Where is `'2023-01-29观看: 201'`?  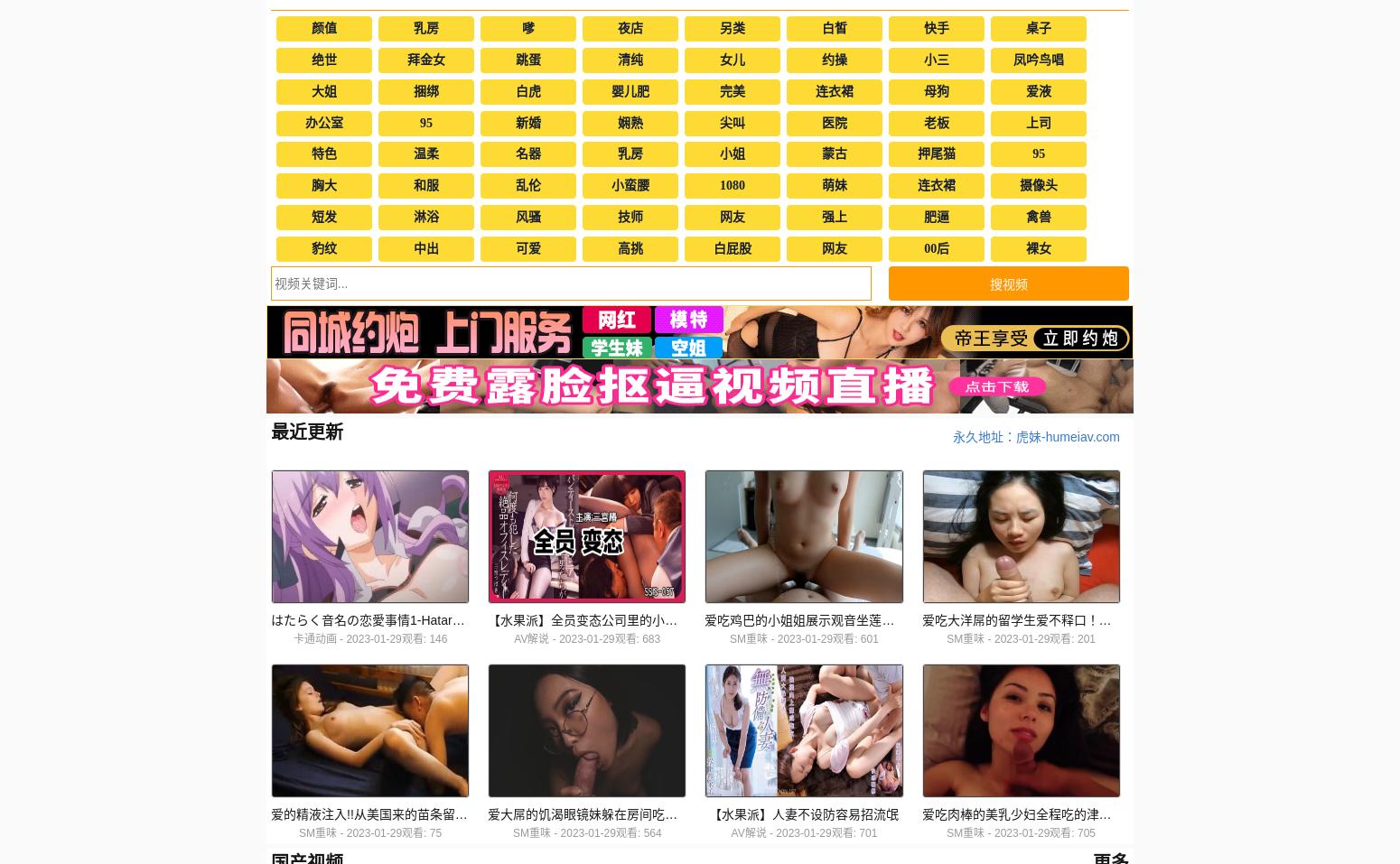
'2023-01-29观看: 201' is located at coordinates (1043, 638).